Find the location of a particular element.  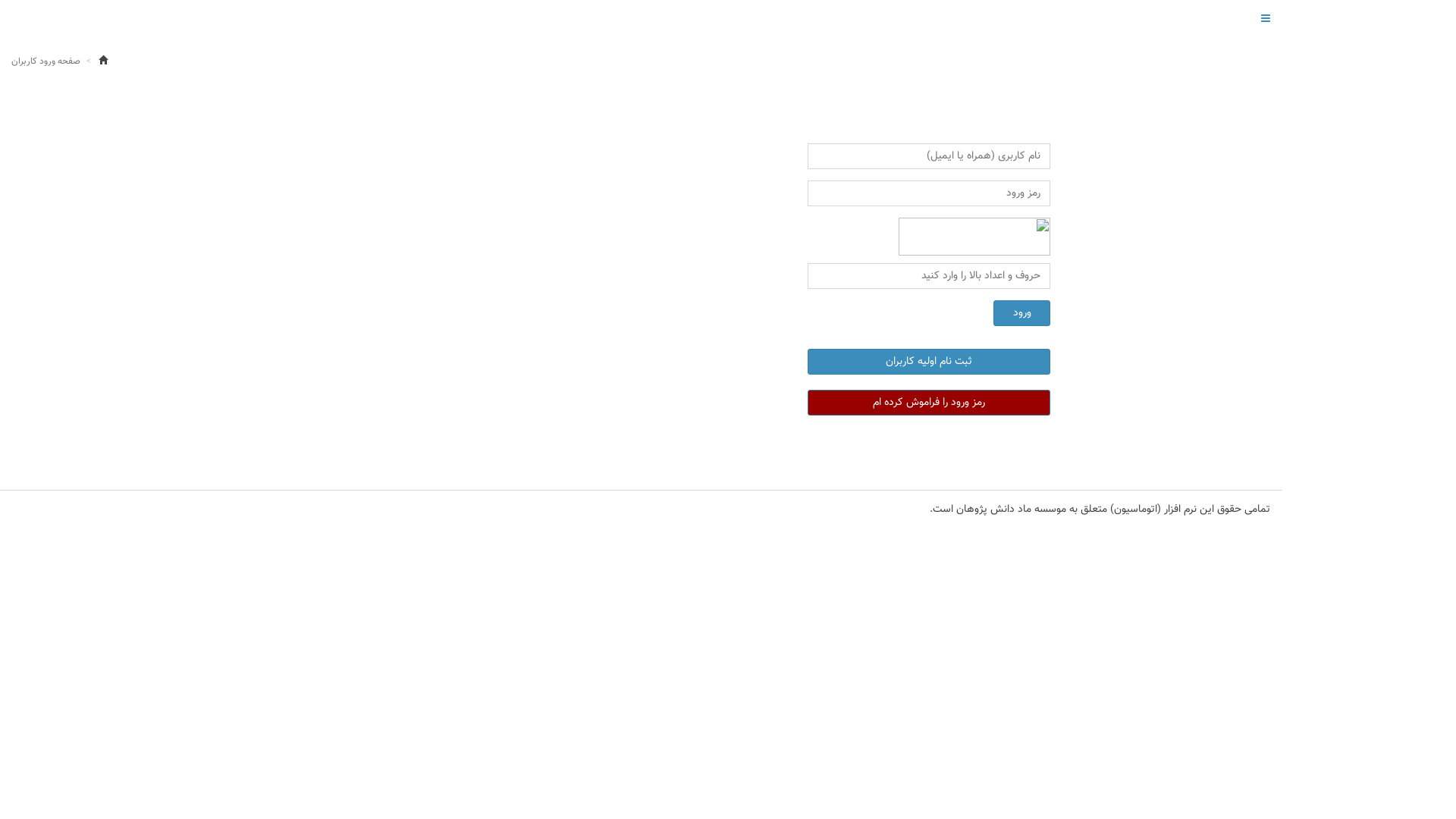

'Toggle navigation' is located at coordinates (1249, 18).